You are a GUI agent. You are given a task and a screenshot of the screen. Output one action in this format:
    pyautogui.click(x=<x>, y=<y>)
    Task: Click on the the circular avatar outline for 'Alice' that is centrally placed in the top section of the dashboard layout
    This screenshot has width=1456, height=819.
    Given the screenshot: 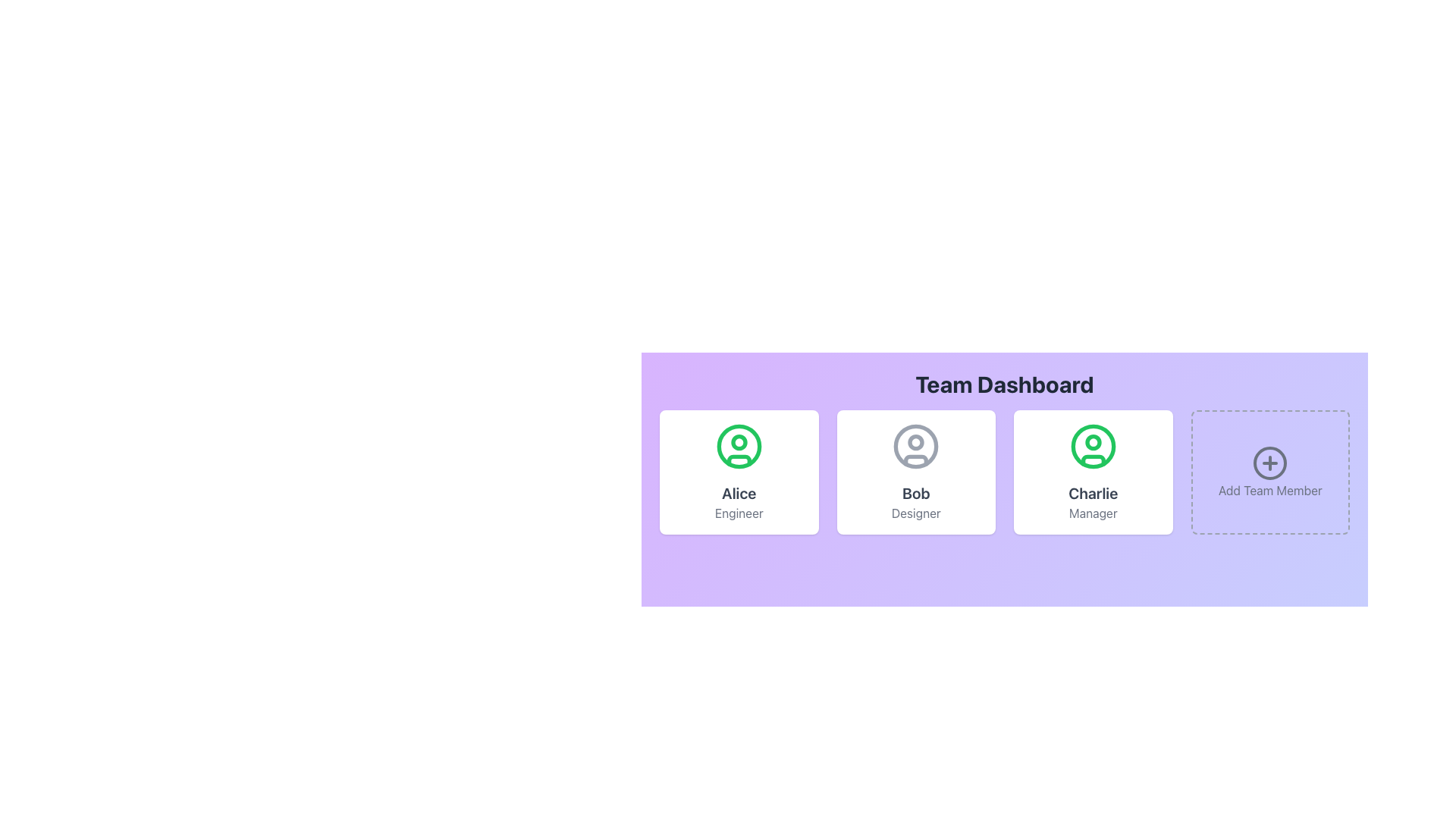 What is the action you would take?
    pyautogui.click(x=739, y=446)
    